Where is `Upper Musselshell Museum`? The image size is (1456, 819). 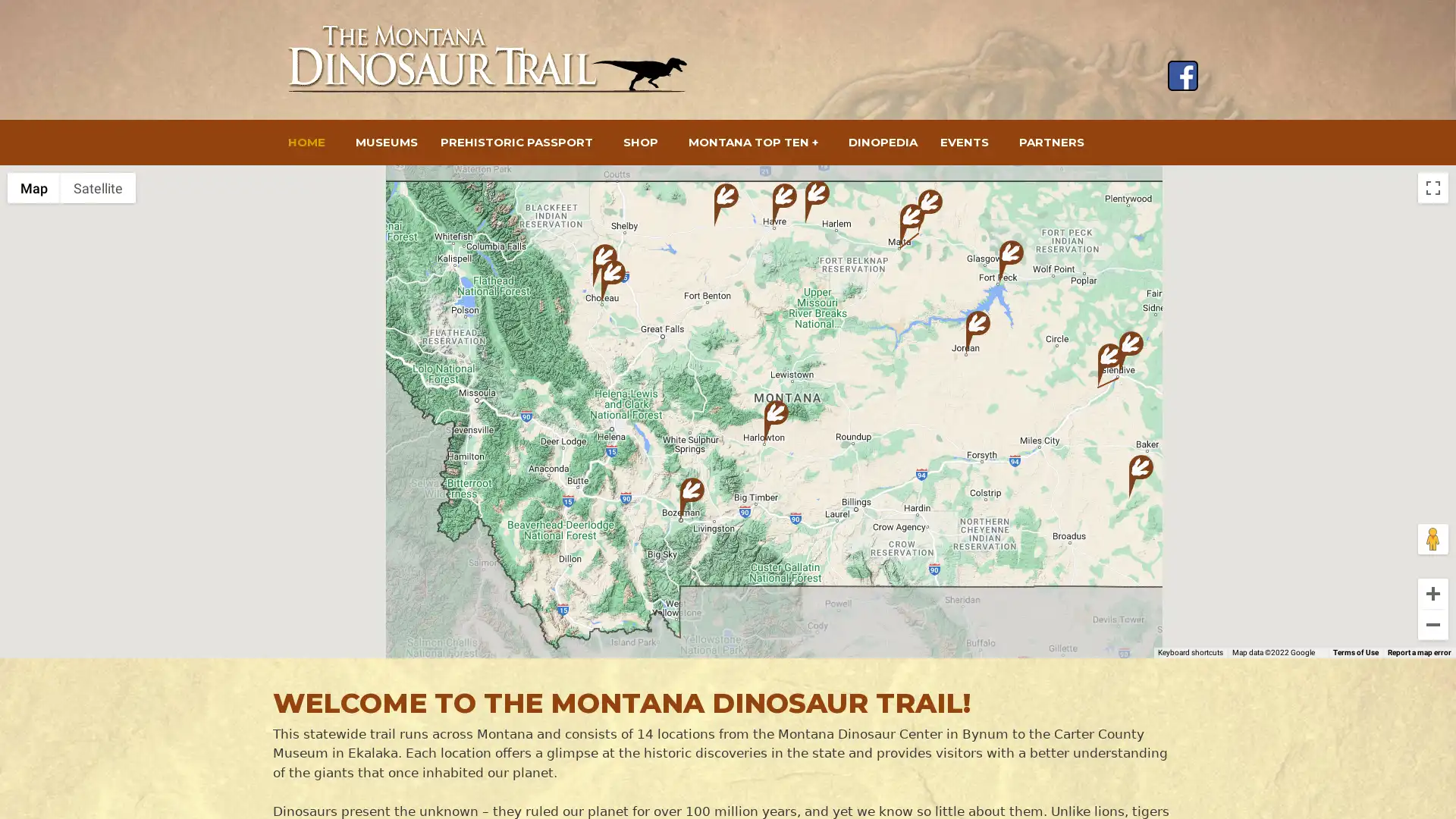
Upper Musselshell Museum is located at coordinates (776, 422).